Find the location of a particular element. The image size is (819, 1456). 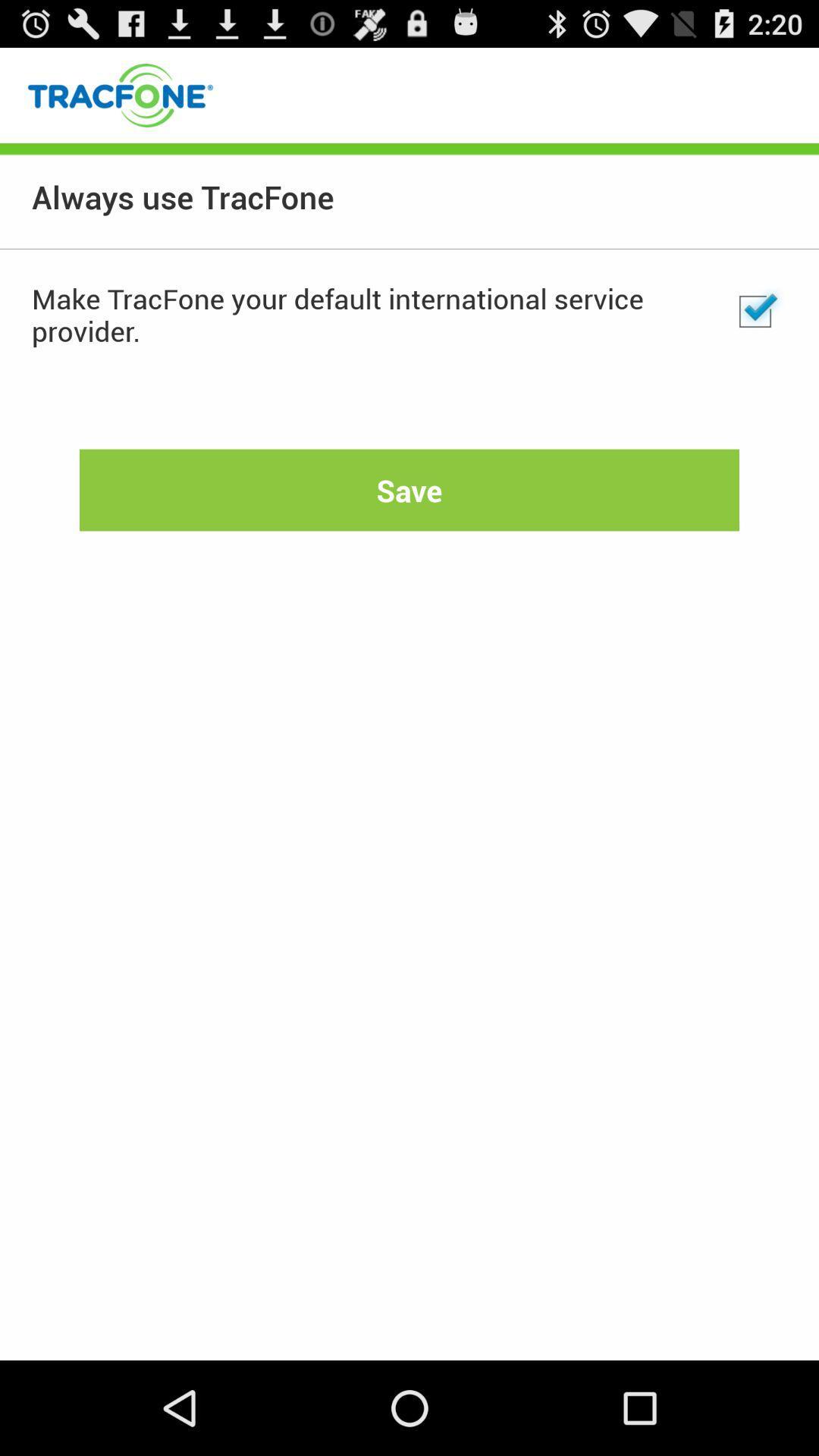

the item below make tracfone your app is located at coordinates (409, 490).